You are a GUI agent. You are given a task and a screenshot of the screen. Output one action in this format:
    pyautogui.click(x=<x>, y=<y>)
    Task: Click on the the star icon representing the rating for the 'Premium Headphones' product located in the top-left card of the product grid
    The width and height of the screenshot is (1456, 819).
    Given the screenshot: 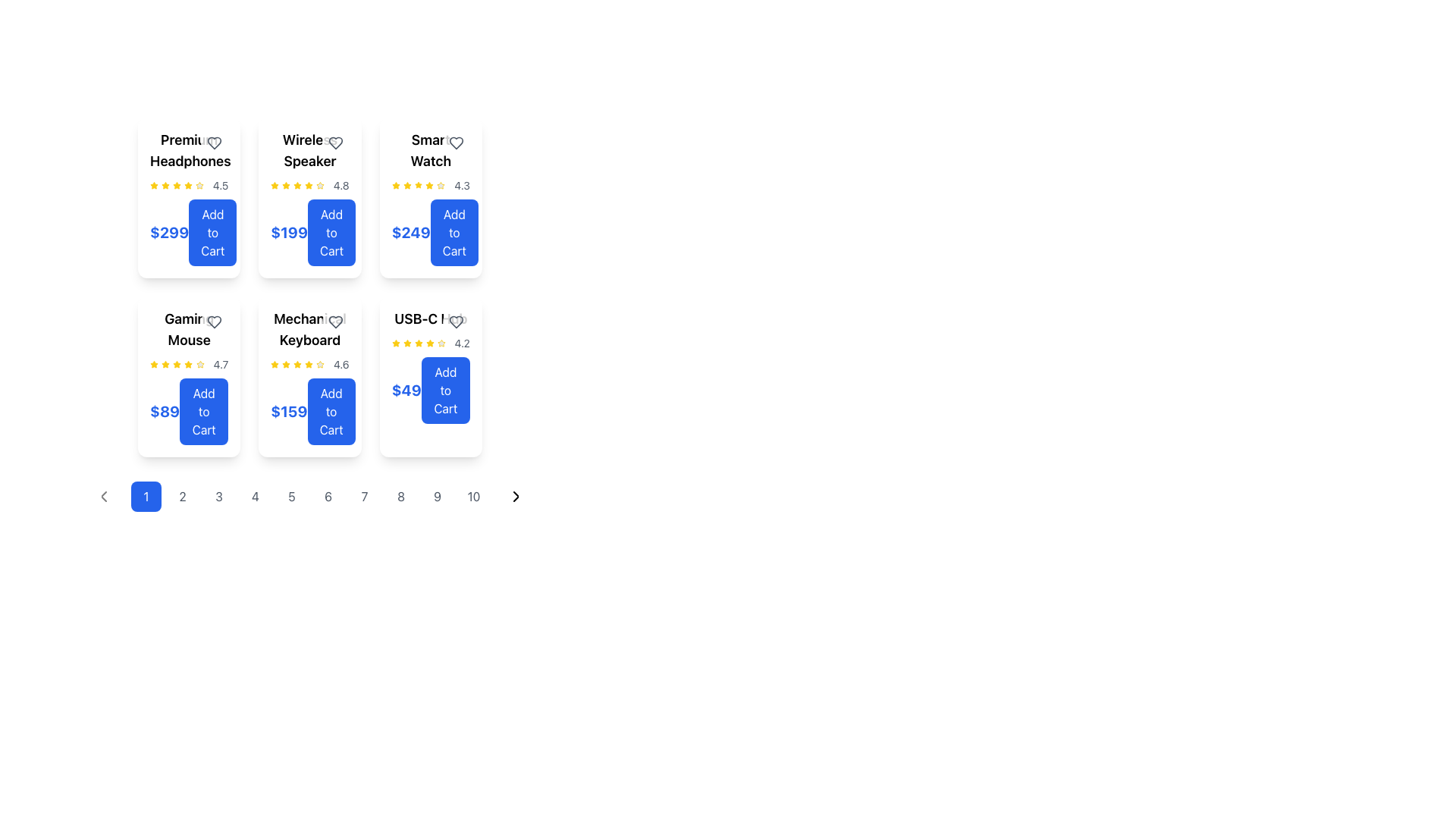 What is the action you would take?
    pyautogui.click(x=187, y=184)
    